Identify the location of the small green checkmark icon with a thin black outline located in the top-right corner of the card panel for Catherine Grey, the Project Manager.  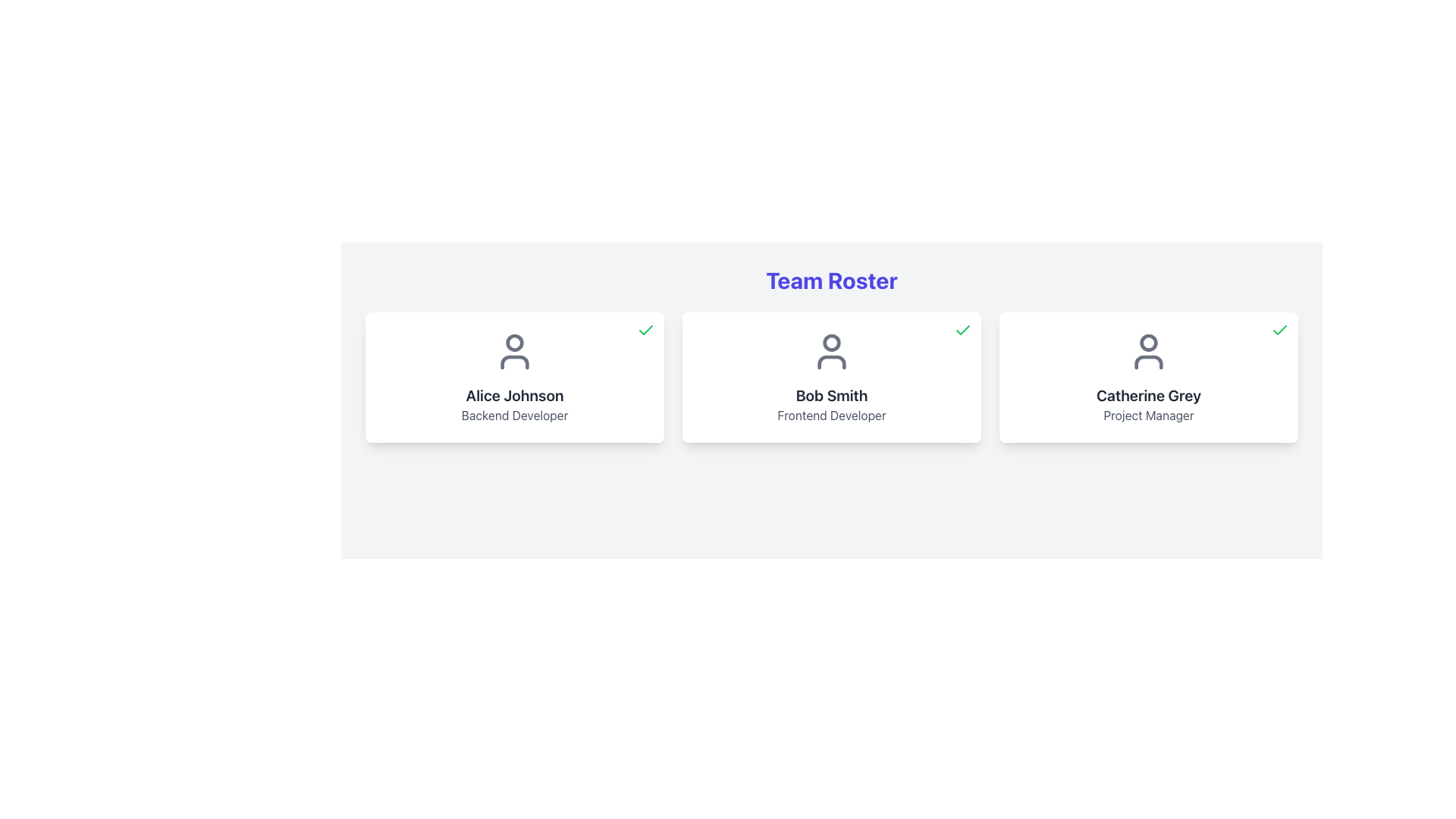
(1279, 329).